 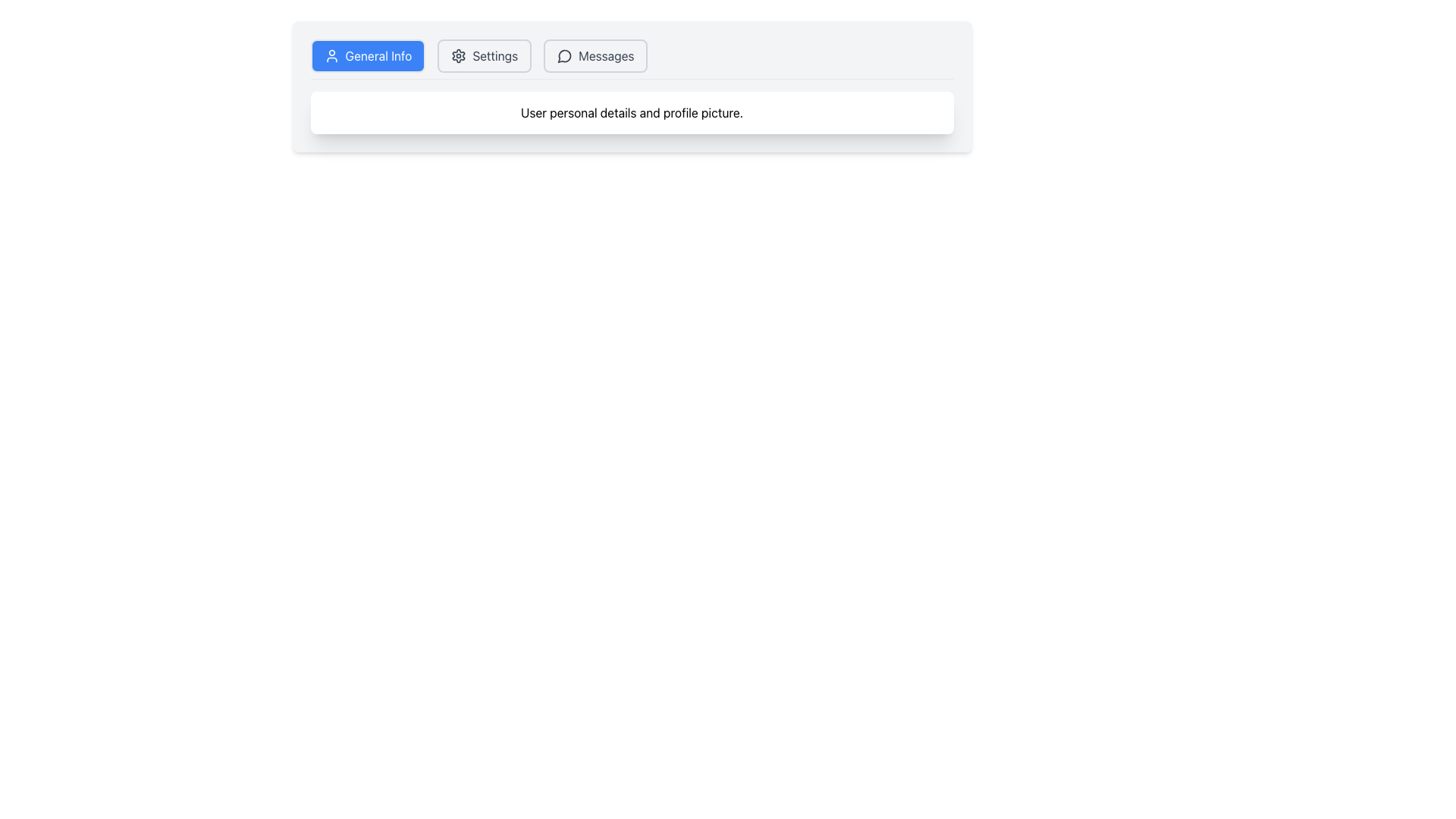 I want to click on the Decorative Icon (speech bubble graphic) located in the 'Messages' tab, situated between the 'Settings' tab and other elements in the upper central section of the interface, so click(x=563, y=55).